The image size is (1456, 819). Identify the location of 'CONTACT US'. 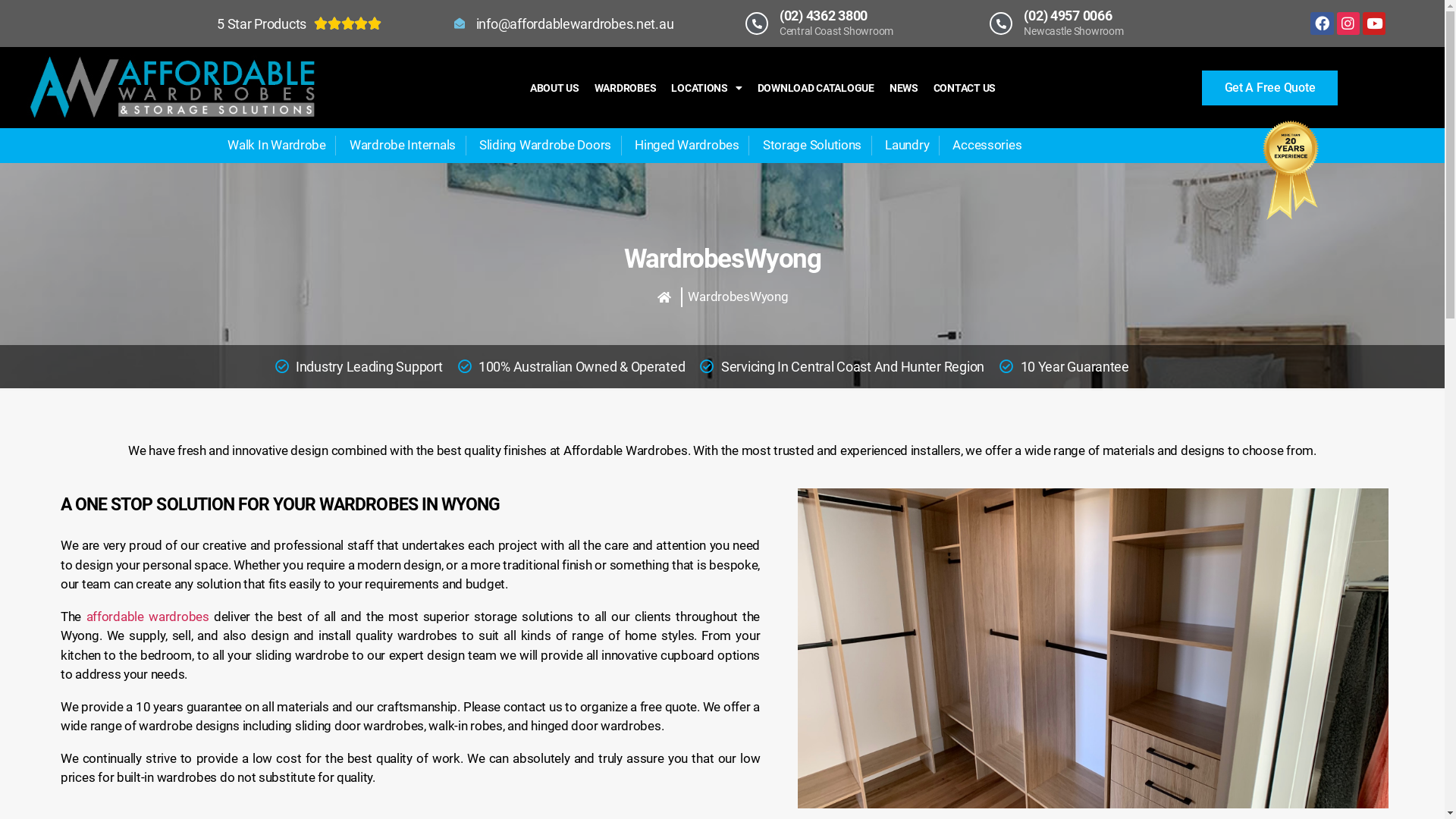
(964, 87).